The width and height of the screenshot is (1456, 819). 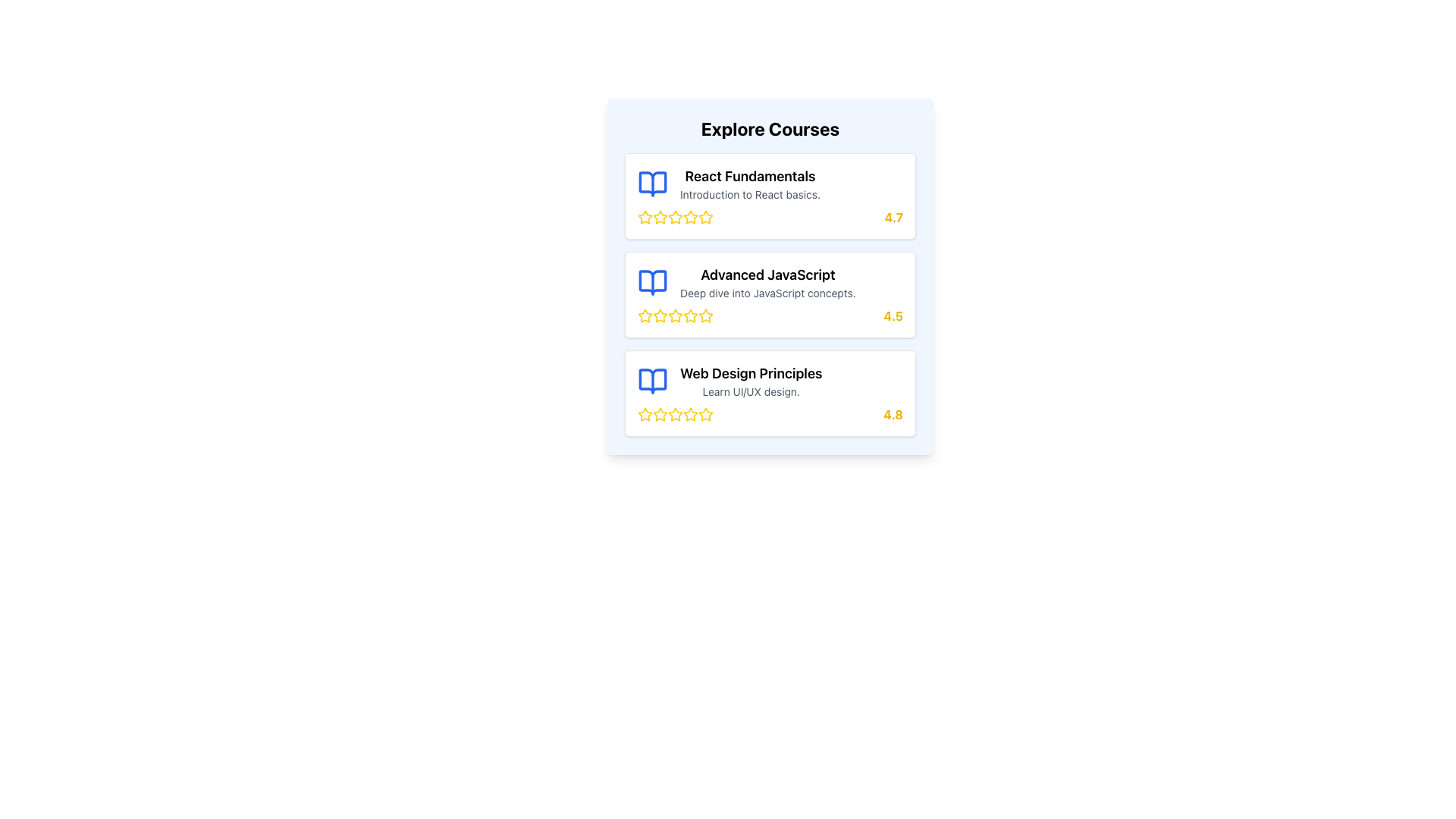 I want to click on the first star icon in the five-star rating system for the 'Web Design Principles' course to rate it, so click(x=645, y=415).